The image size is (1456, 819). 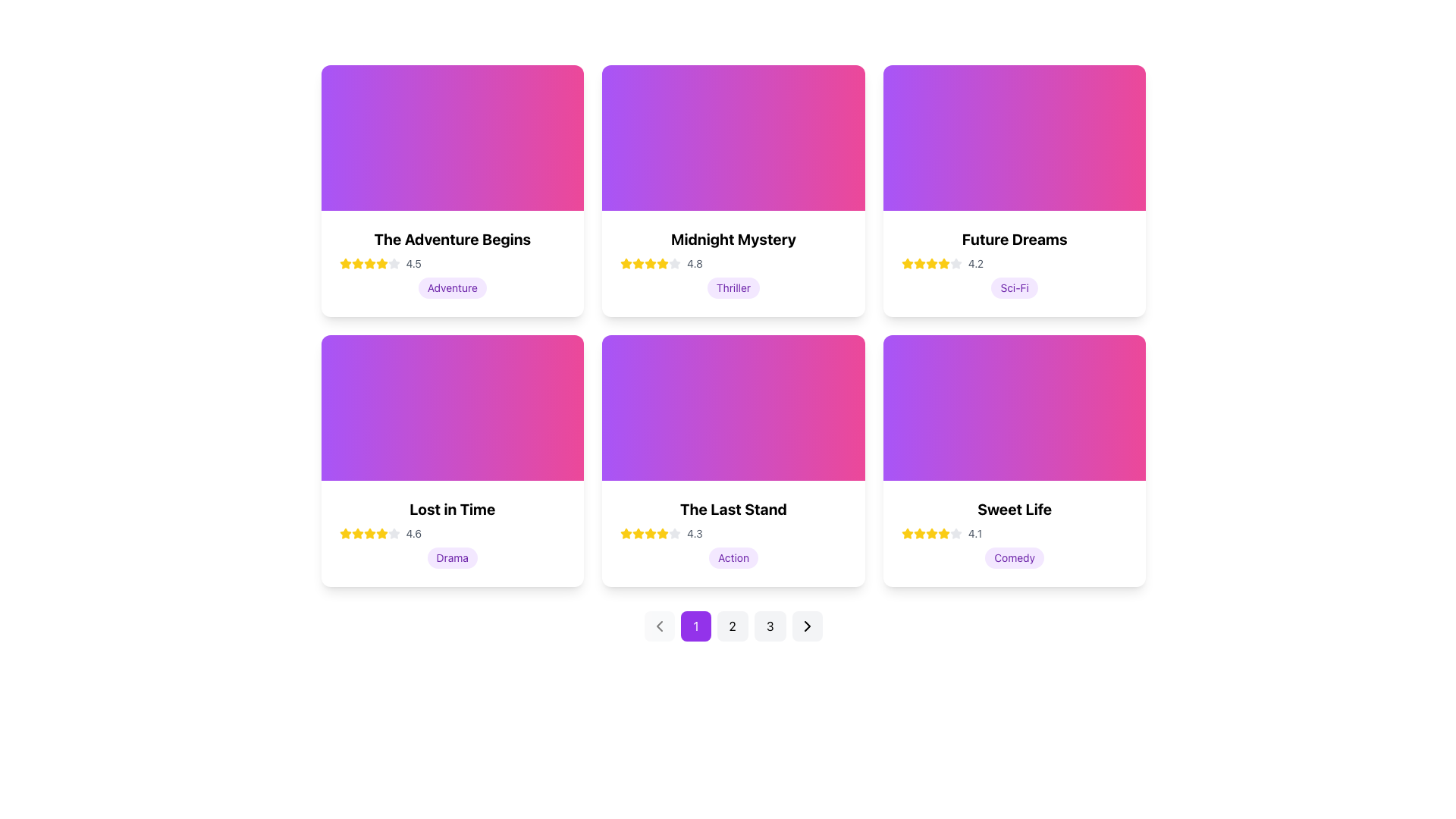 What do you see at coordinates (663, 532) in the screenshot?
I see `the third yellow star icon in the rating system under the card labeled 'The Last Stand'` at bounding box center [663, 532].